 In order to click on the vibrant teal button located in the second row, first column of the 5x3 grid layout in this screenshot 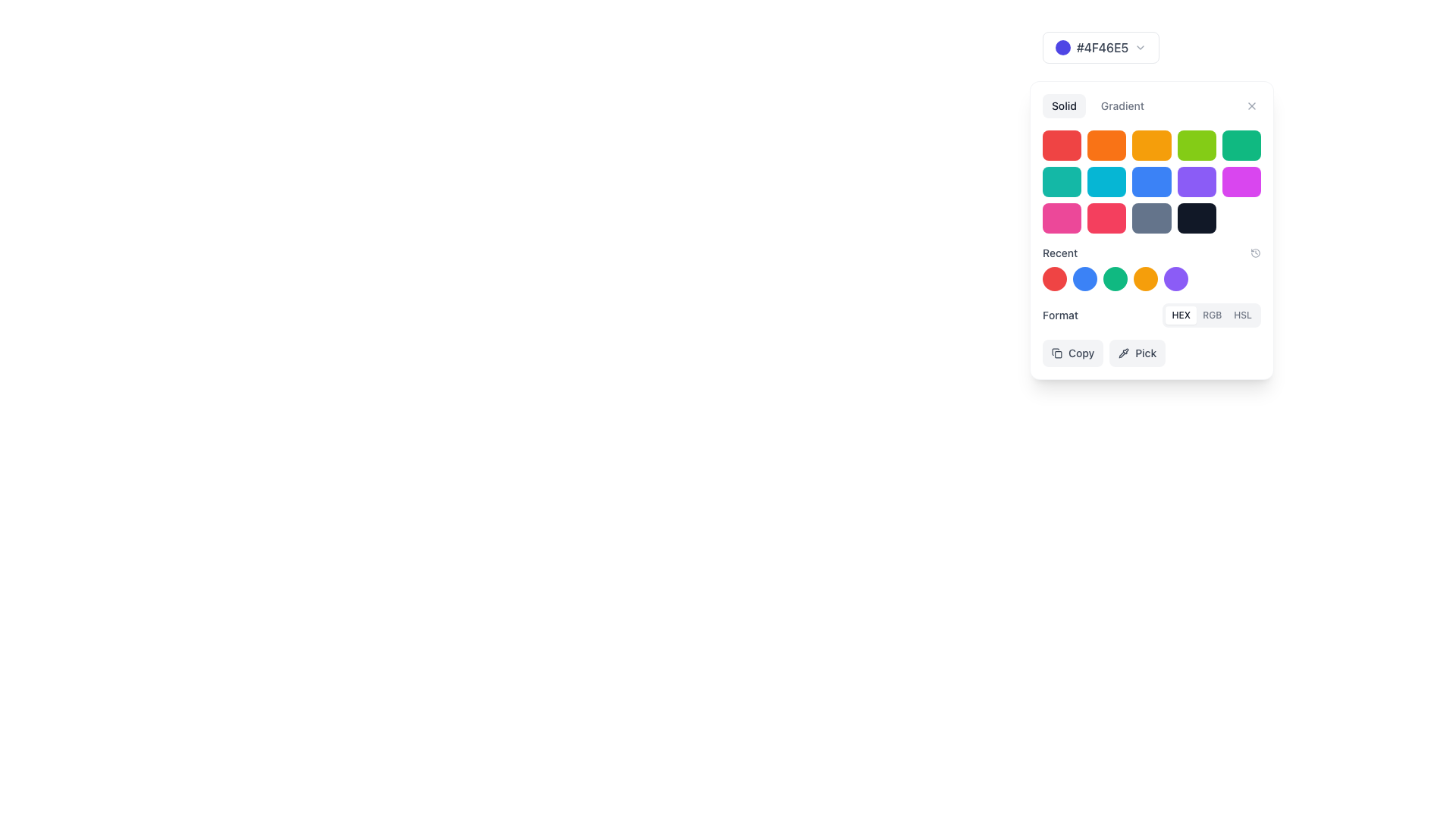, I will do `click(1061, 180)`.